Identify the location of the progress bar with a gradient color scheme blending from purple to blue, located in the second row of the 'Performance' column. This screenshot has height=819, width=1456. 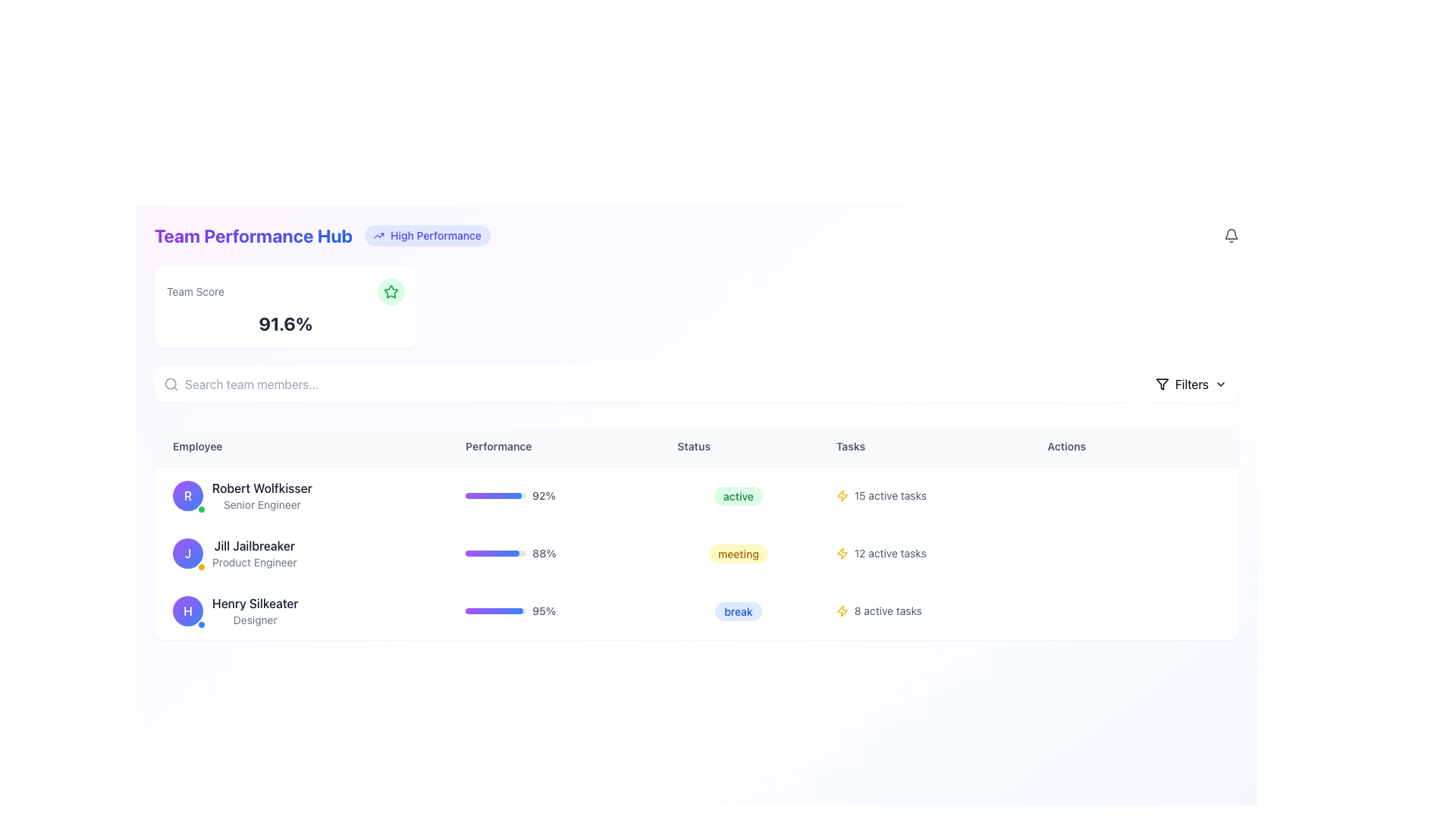
(492, 553).